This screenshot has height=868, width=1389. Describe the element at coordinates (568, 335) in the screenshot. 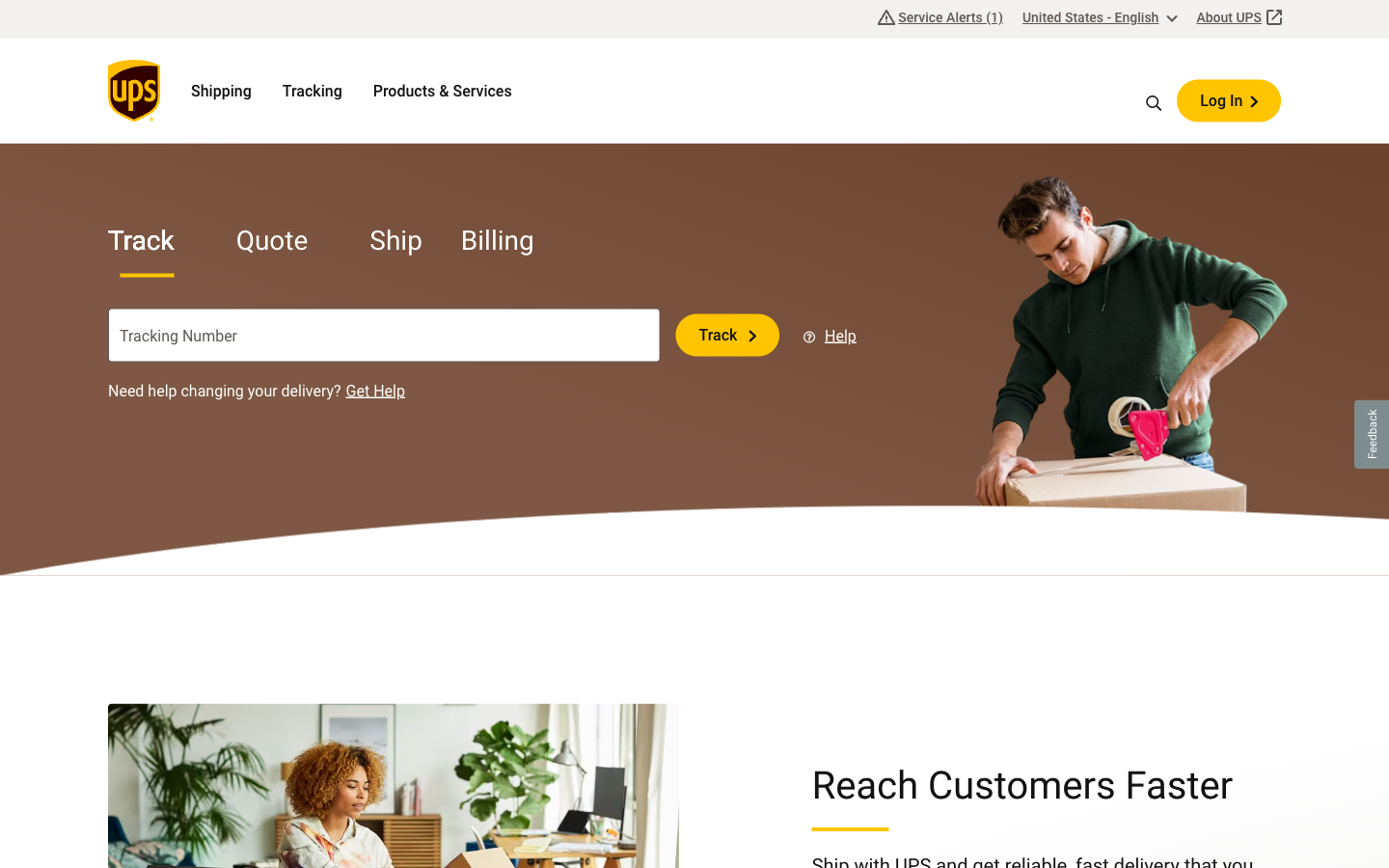

I see `Empty the tracking bar` at that location.